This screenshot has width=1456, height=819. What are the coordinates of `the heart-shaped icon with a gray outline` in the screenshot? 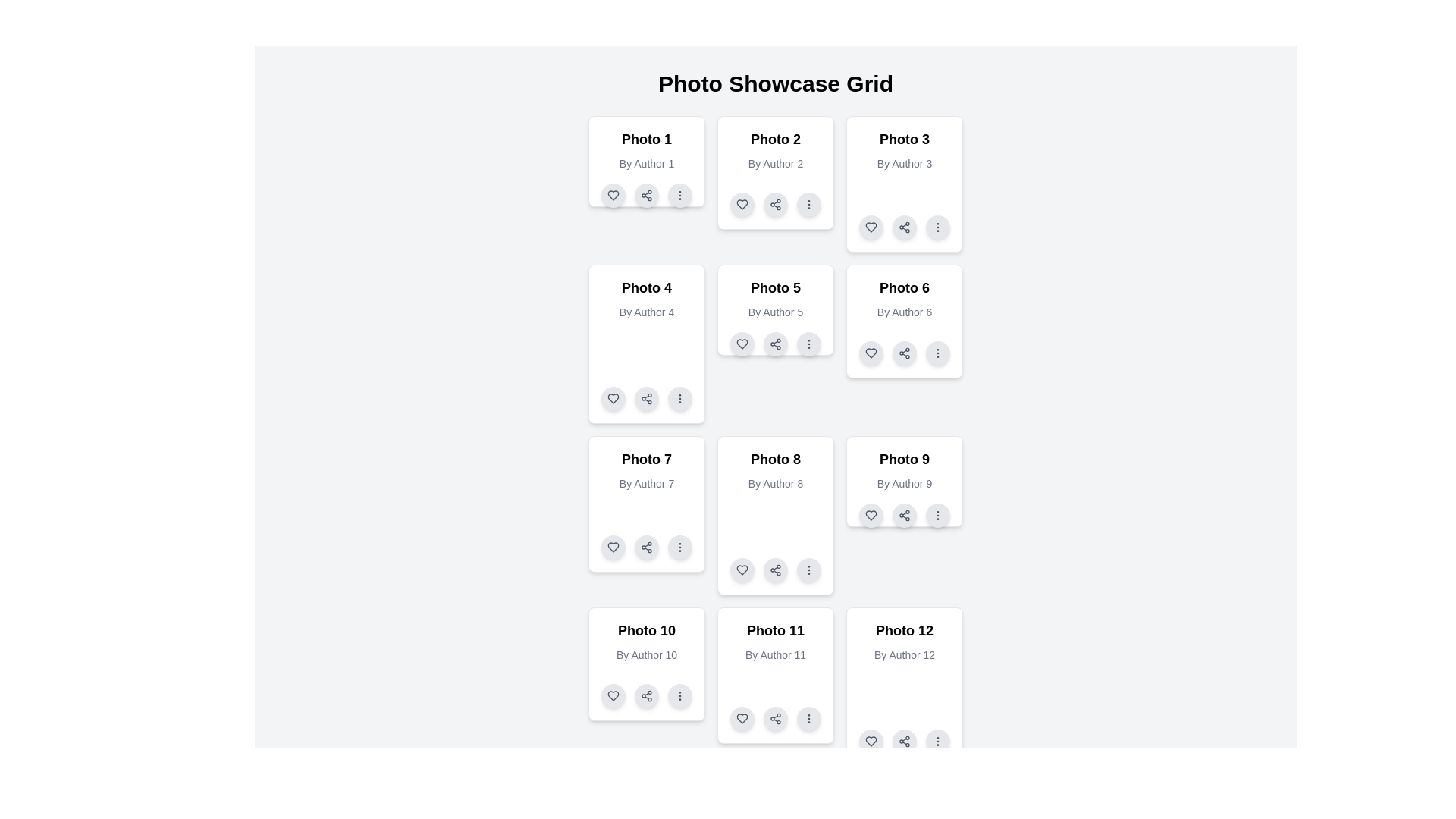 It's located at (871, 353).